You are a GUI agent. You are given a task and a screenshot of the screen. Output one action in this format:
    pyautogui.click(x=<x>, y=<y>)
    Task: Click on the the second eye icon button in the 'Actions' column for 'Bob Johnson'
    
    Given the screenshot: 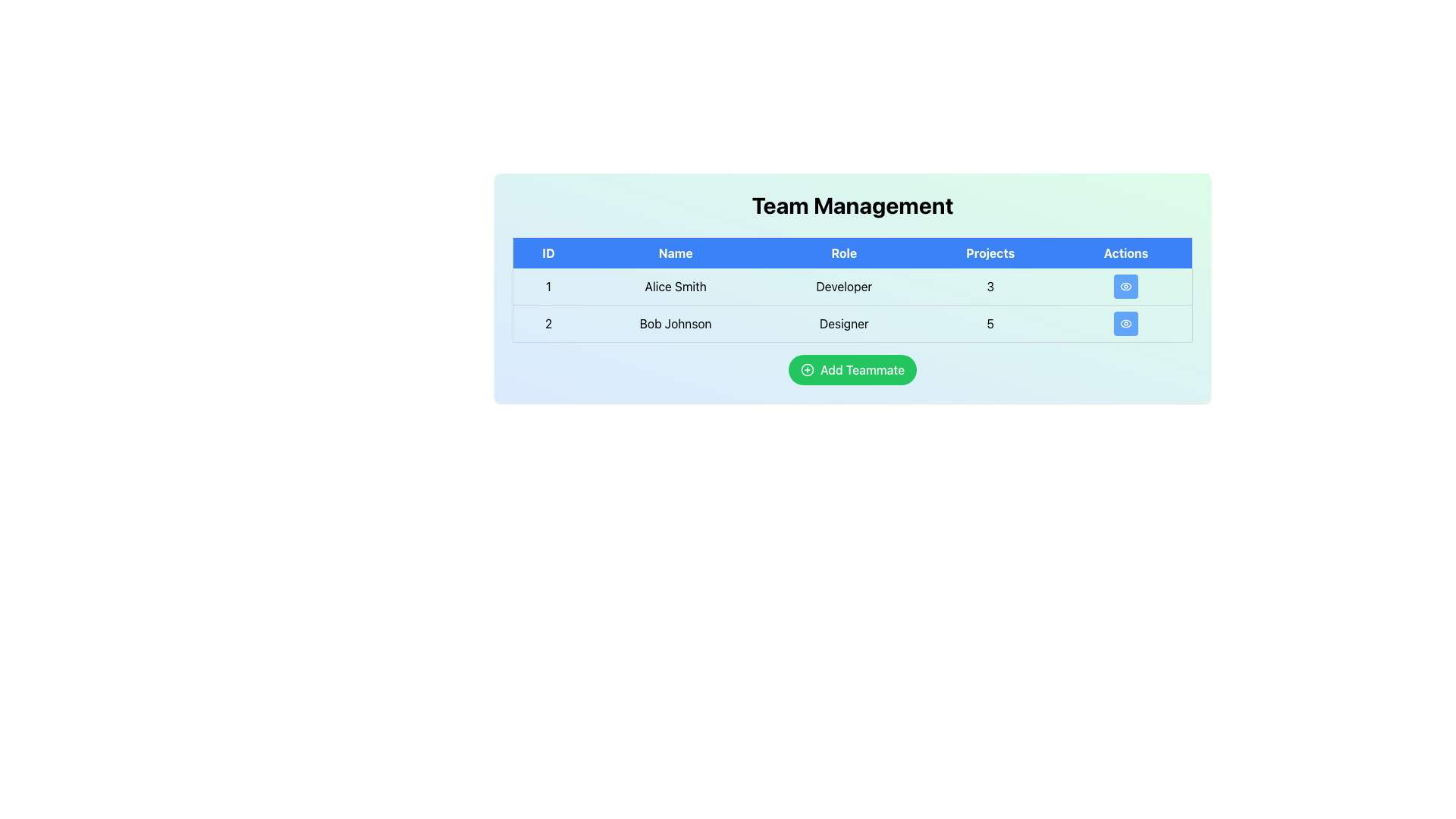 What is the action you would take?
    pyautogui.click(x=1126, y=323)
    